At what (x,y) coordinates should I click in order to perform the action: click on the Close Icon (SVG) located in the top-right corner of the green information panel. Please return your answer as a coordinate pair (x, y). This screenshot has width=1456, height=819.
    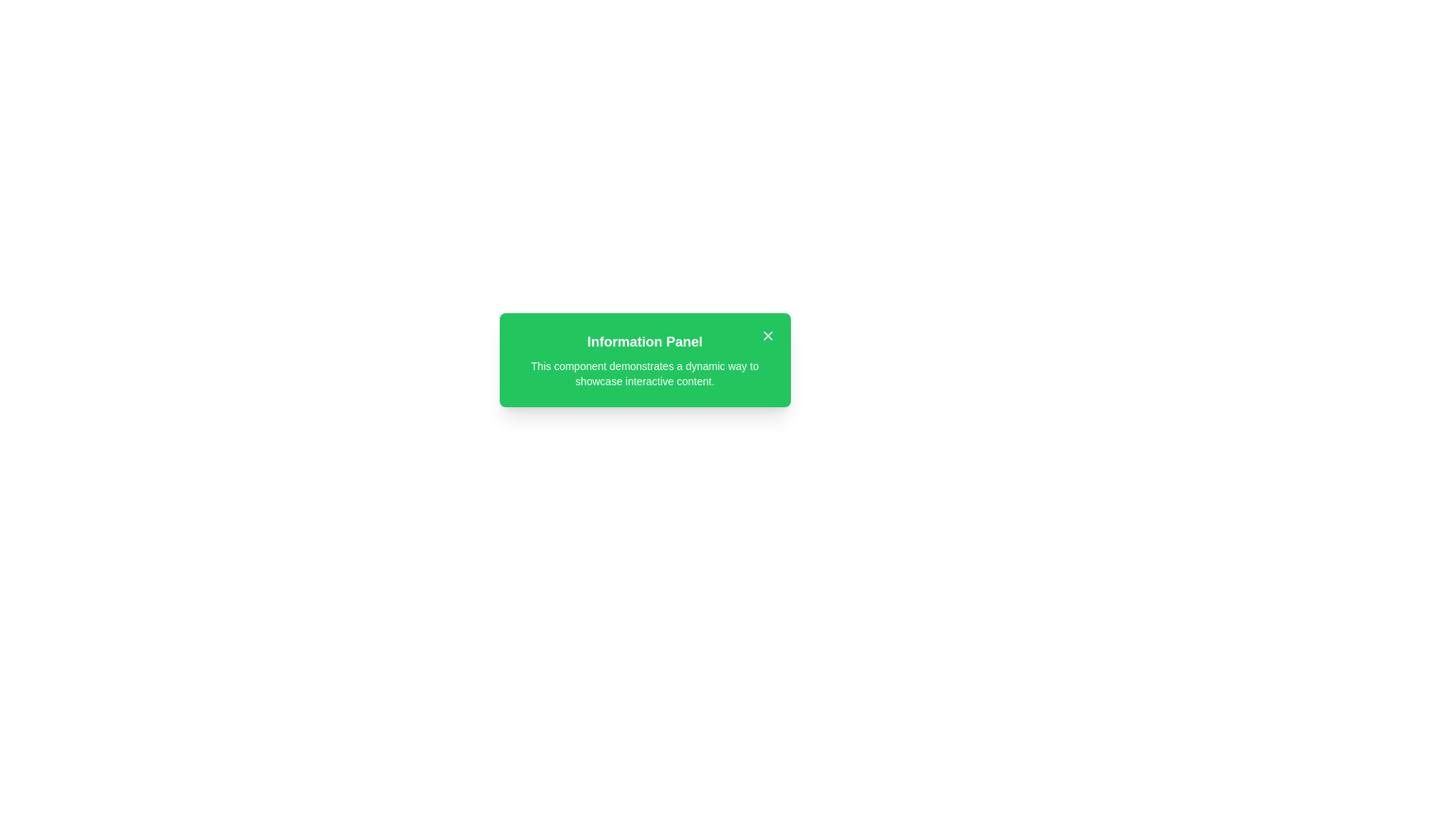
    Looking at the image, I should click on (767, 335).